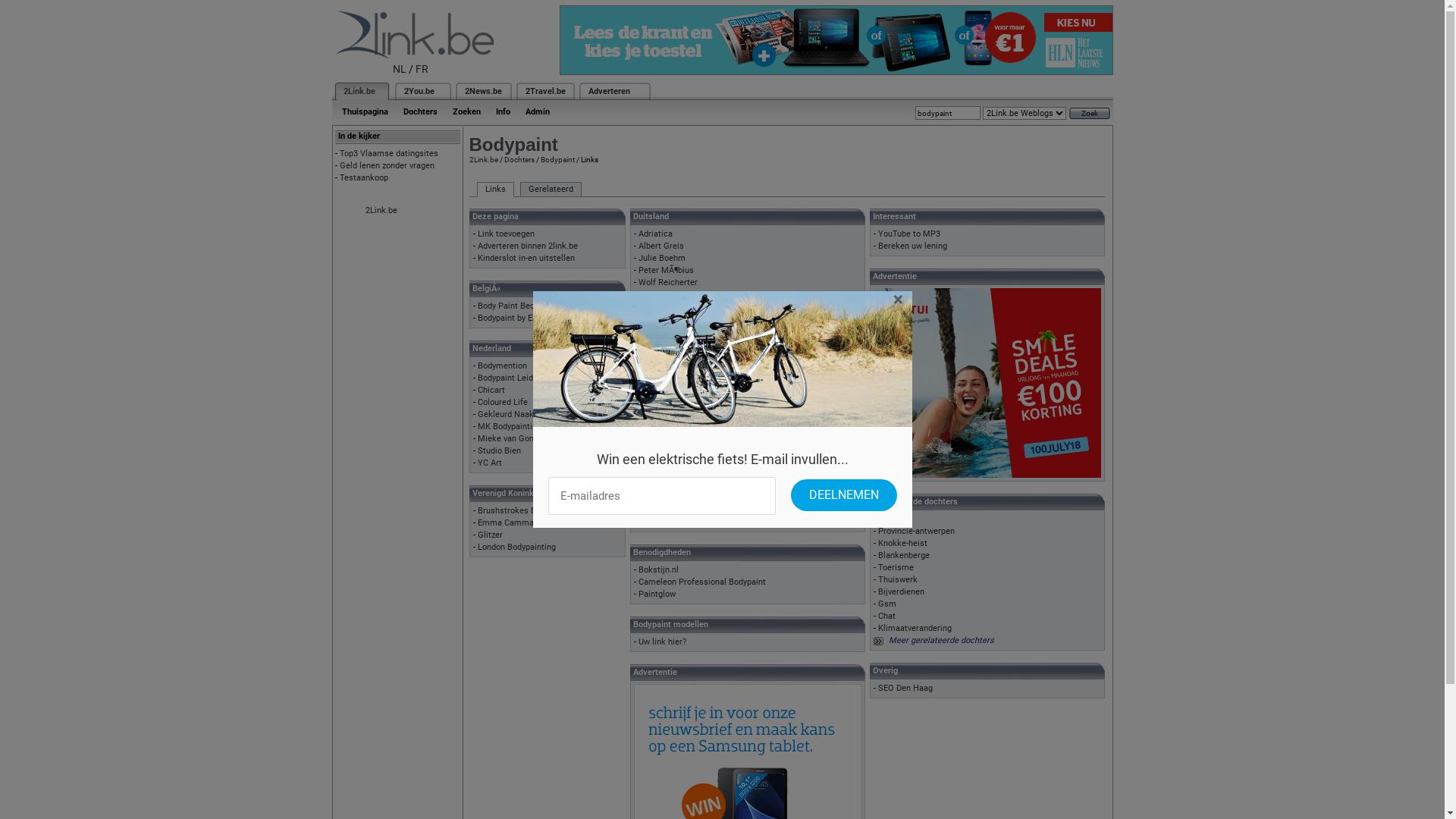 The image size is (1456, 819). Describe the element at coordinates (667, 282) in the screenshot. I see `'Wolf Reicherter'` at that location.